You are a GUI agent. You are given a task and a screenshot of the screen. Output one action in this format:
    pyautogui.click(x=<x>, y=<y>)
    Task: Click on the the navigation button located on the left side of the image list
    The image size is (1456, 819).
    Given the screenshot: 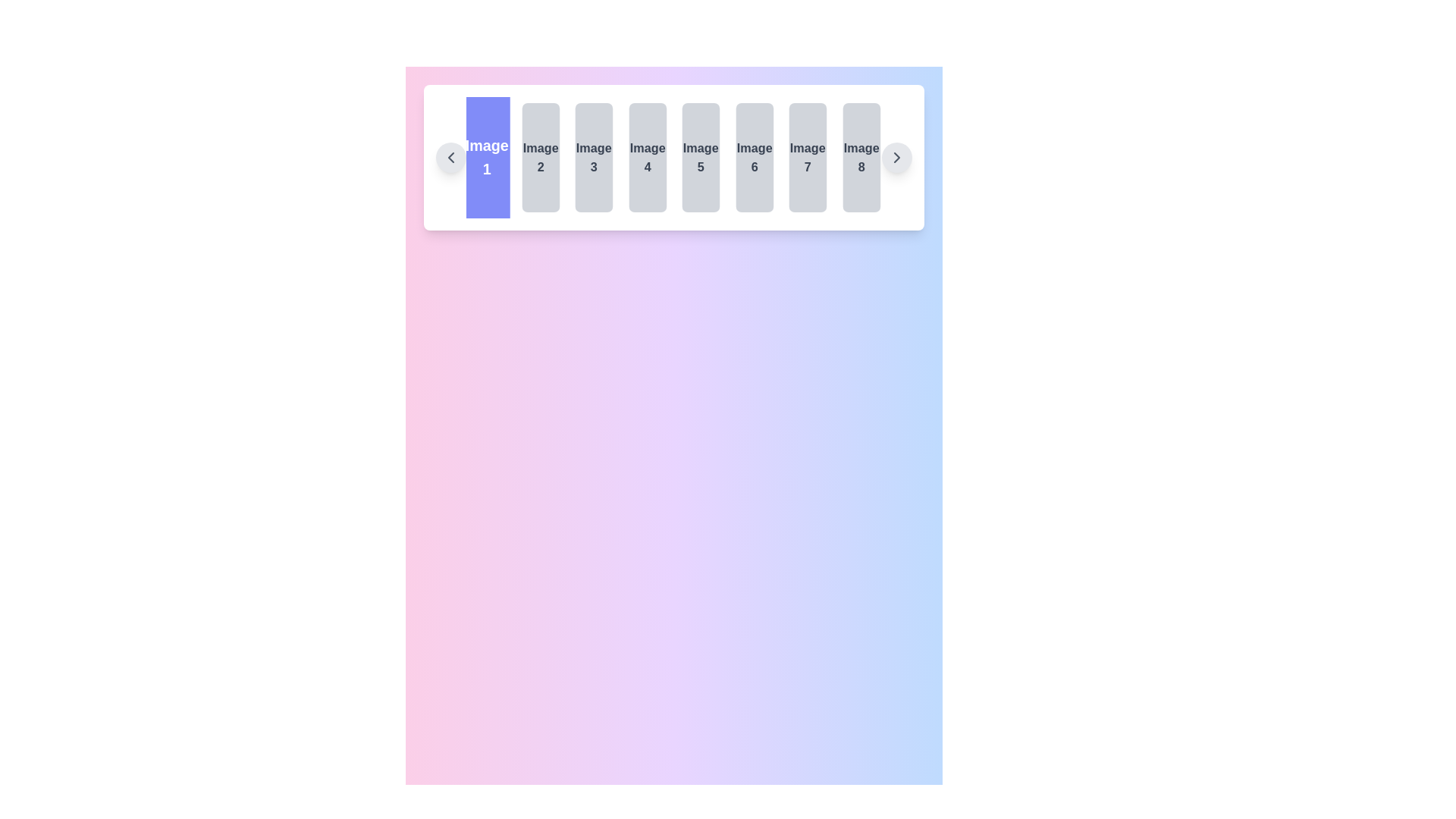 What is the action you would take?
    pyautogui.click(x=450, y=158)
    